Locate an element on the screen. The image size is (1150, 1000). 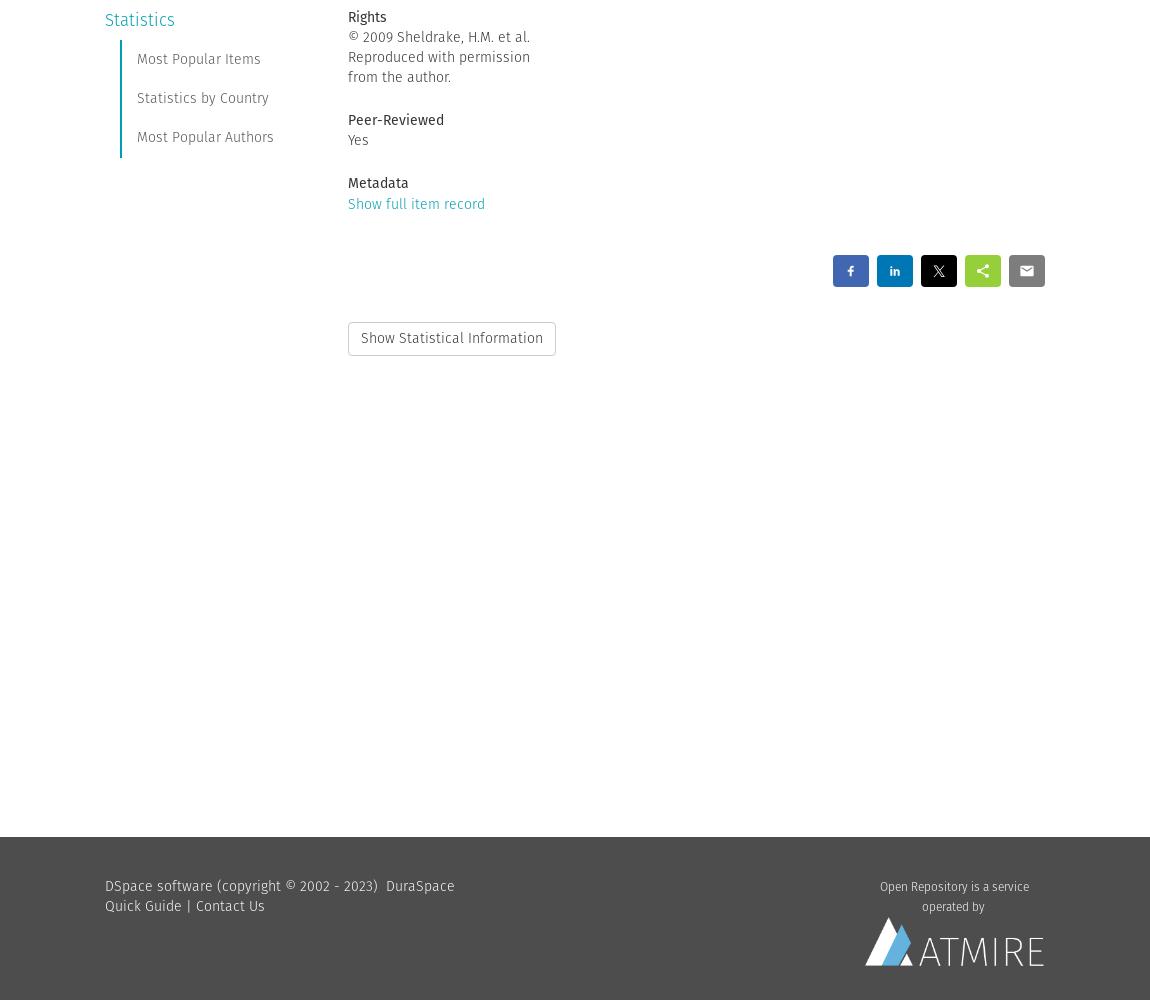
'|' is located at coordinates (187, 905).